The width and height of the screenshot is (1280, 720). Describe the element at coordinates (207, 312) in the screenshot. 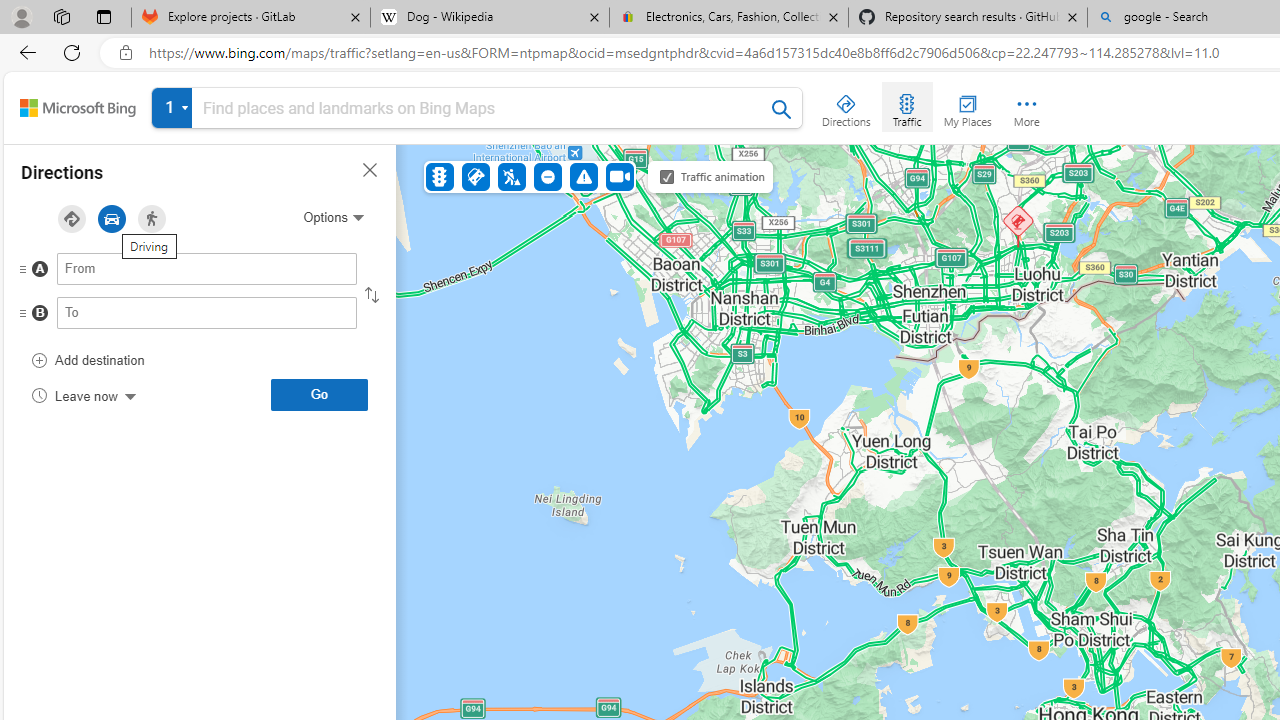

I see `'To'` at that location.